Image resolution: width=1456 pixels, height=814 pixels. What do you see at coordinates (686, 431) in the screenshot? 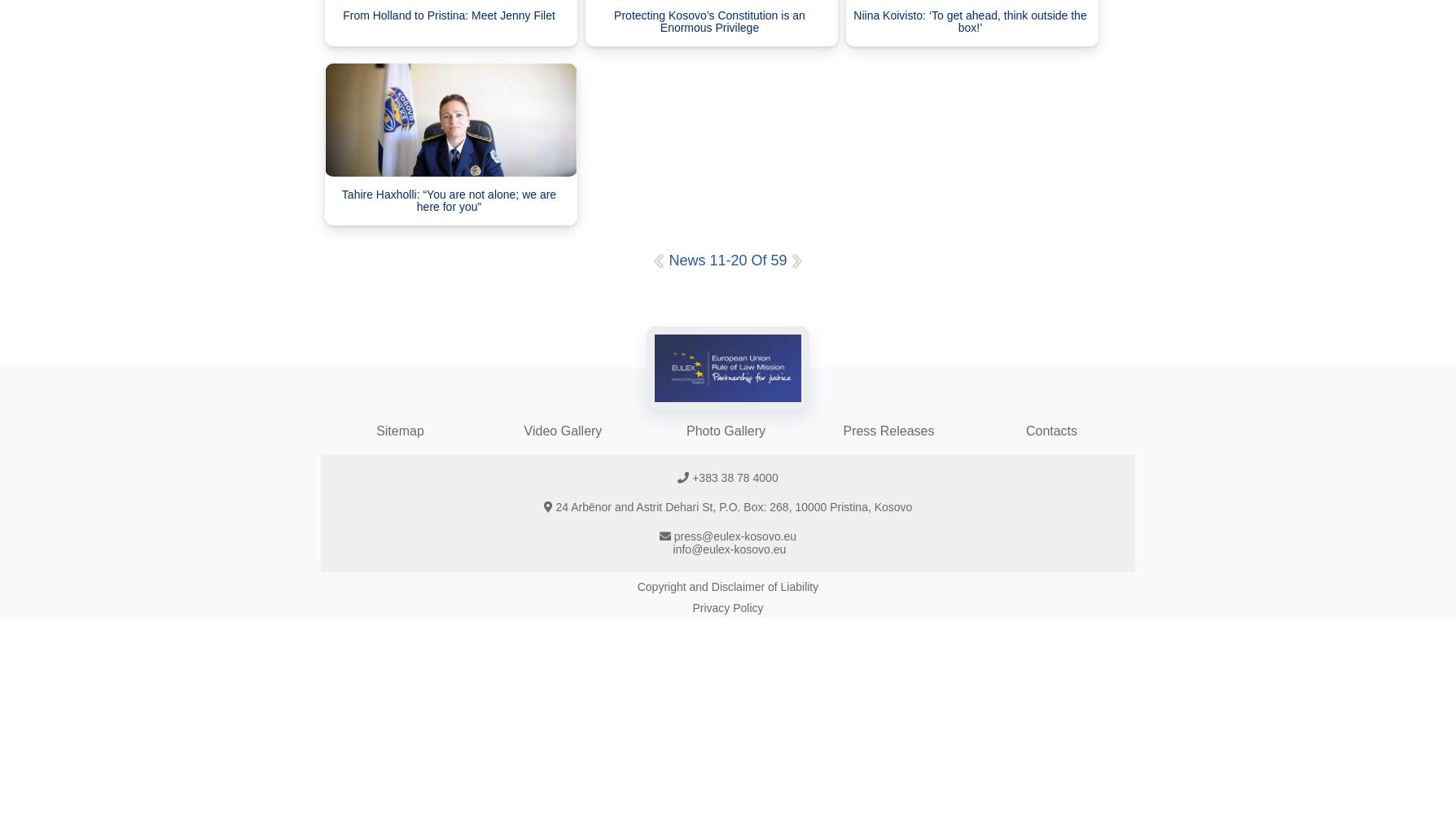
I see `'Photo Gallery'` at bounding box center [686, 431].